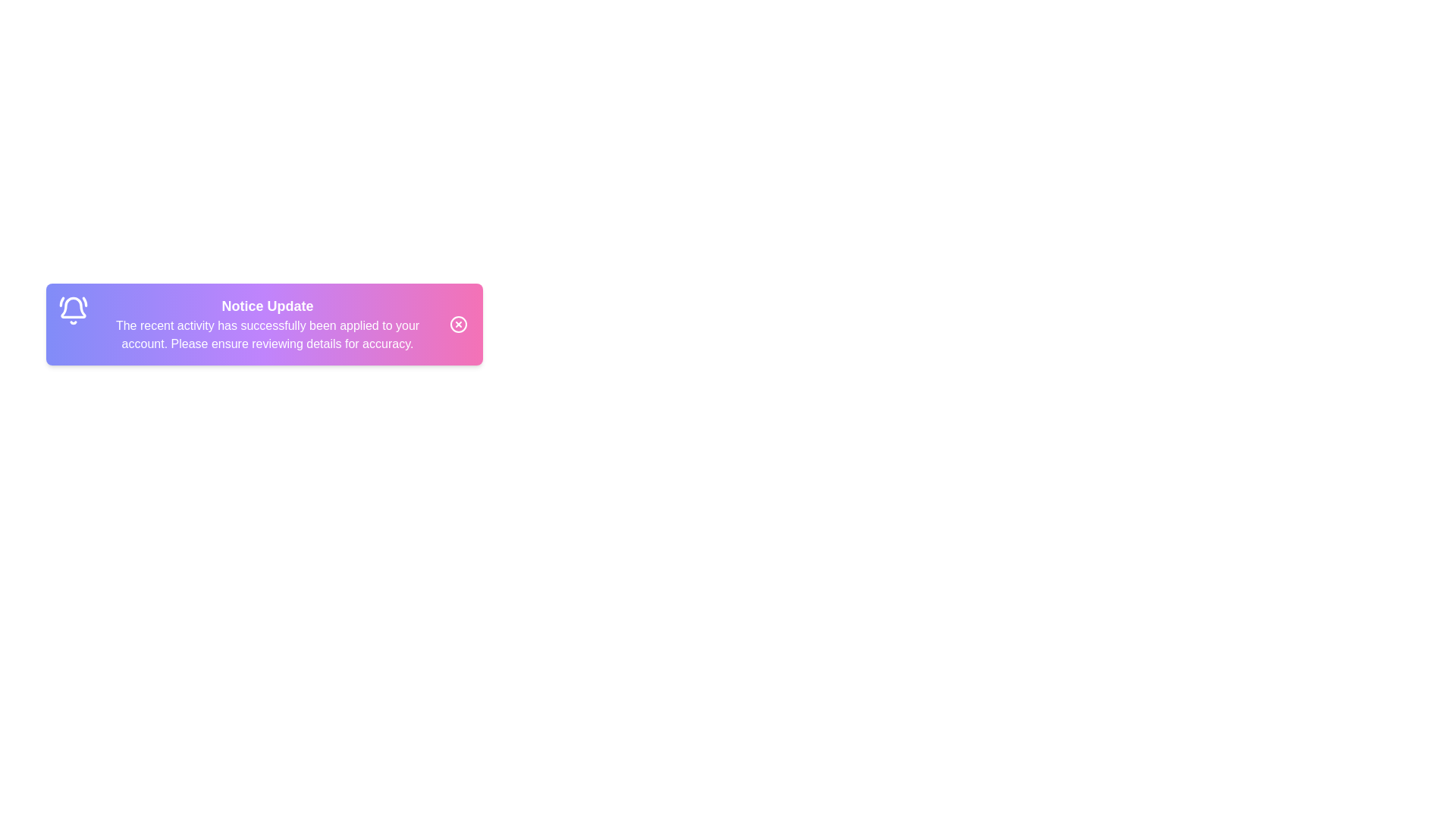  Describe the element at coordinates (72, 309) in the screenshot. I see `the bell icon in the notification component` at that location.